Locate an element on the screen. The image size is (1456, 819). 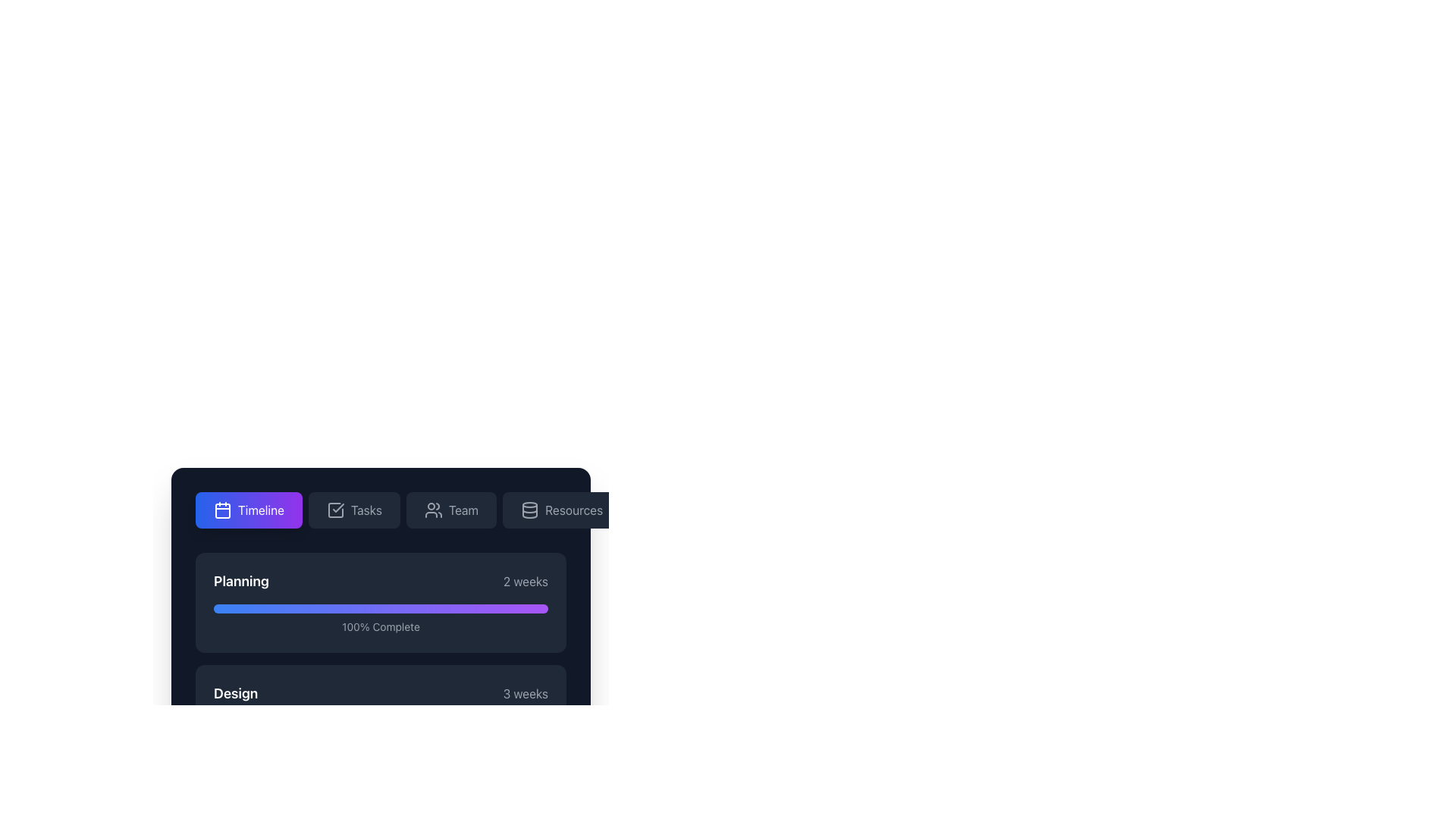
the 'Resources' button in the navigation bar, which is the fourth item and displays a database icon with the text to its right is located at coordinates (561, 510).